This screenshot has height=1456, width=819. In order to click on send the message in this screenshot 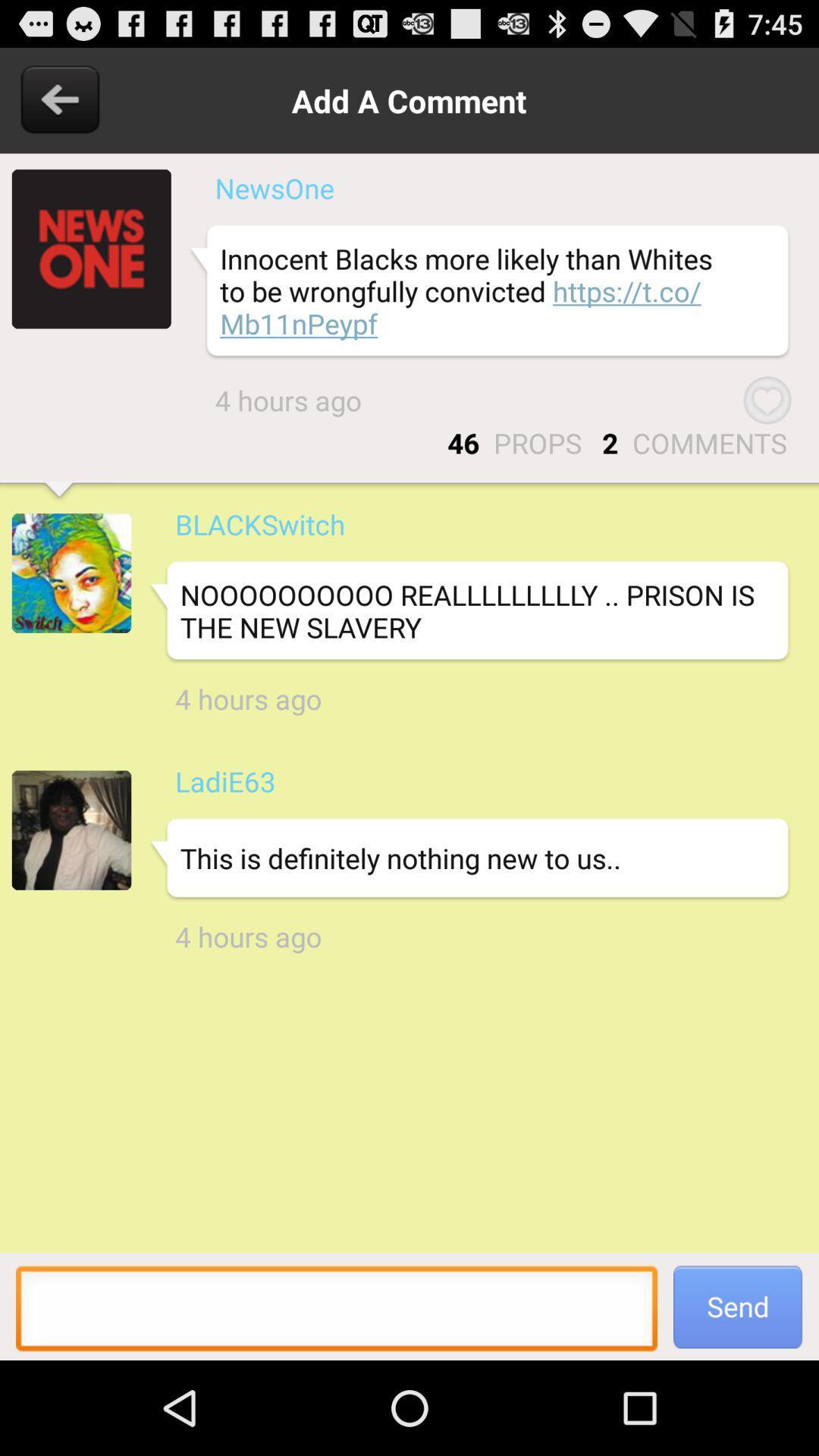, I will do `click(335, 1312)`.